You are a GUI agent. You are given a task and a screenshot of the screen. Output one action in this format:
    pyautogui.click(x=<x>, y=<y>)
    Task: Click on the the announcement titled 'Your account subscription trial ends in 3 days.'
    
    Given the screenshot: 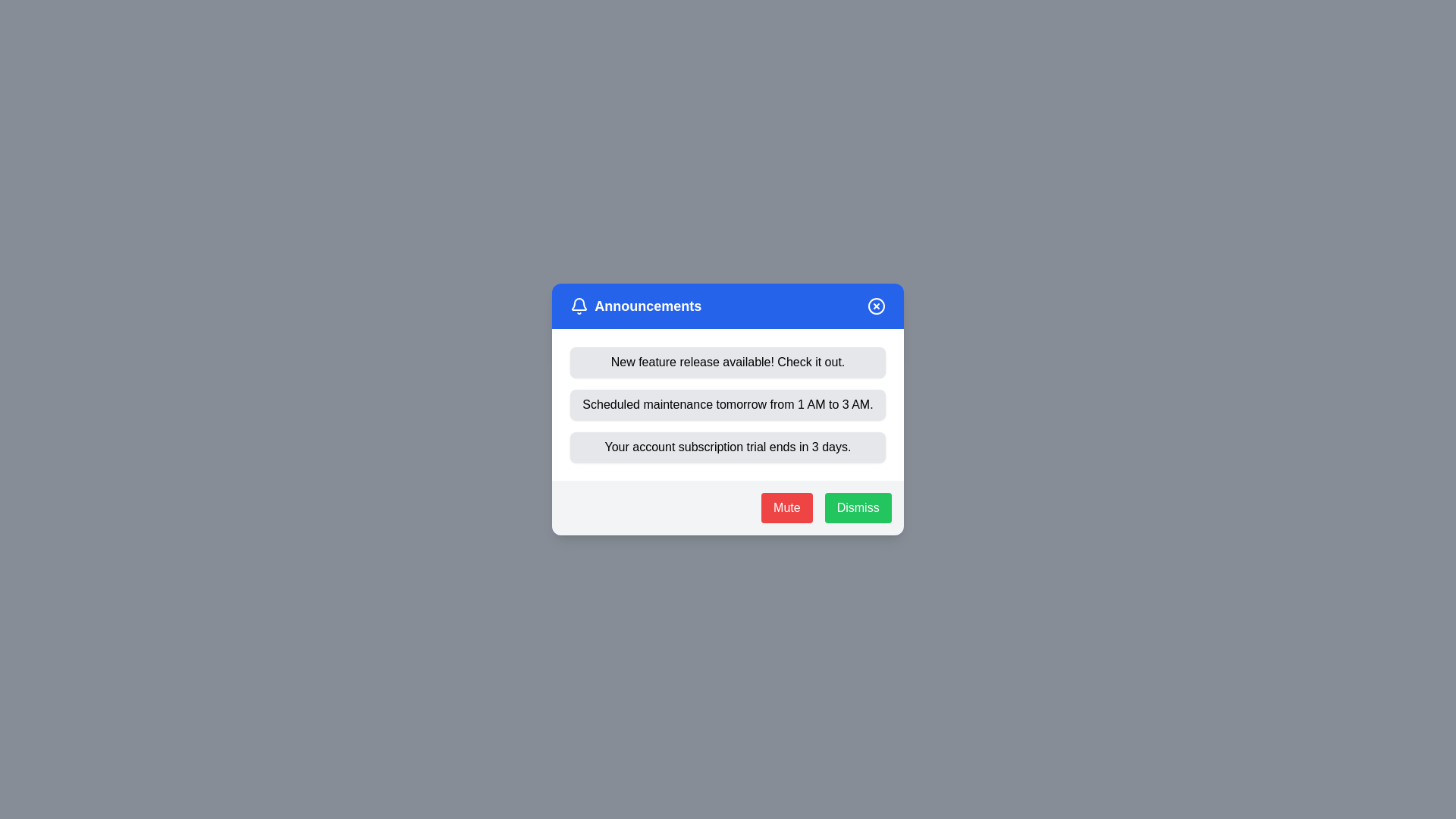 What is the action you would take?
    pyautogui.click(x=728, y=447)
    